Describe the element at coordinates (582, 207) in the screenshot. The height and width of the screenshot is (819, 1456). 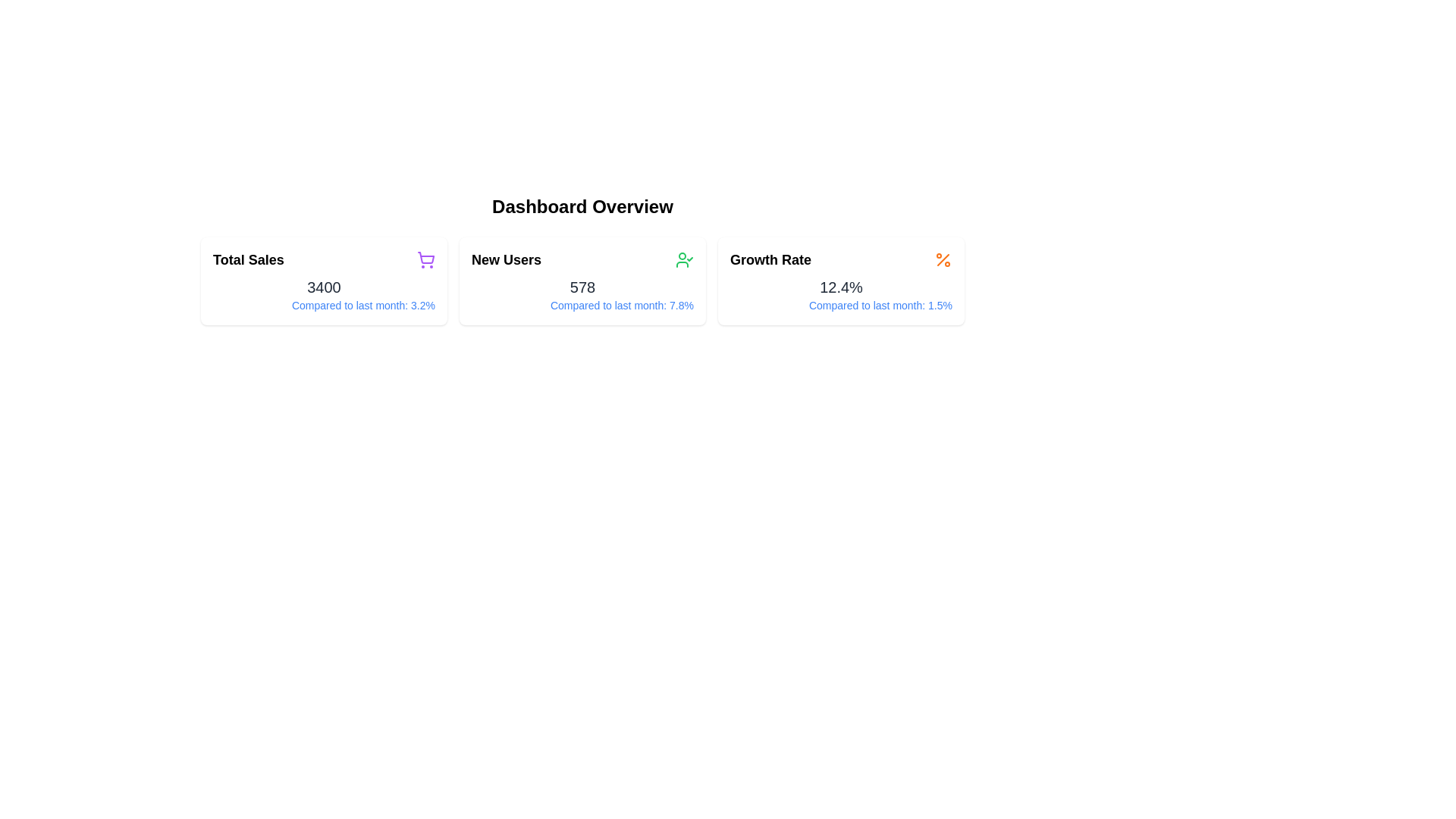
I see `the Text Label that serves as the header for the dashboard section, which is centrally located above the sections labeled 'Total Sales', 'New Users', and 'Growth Rate'` at that location.